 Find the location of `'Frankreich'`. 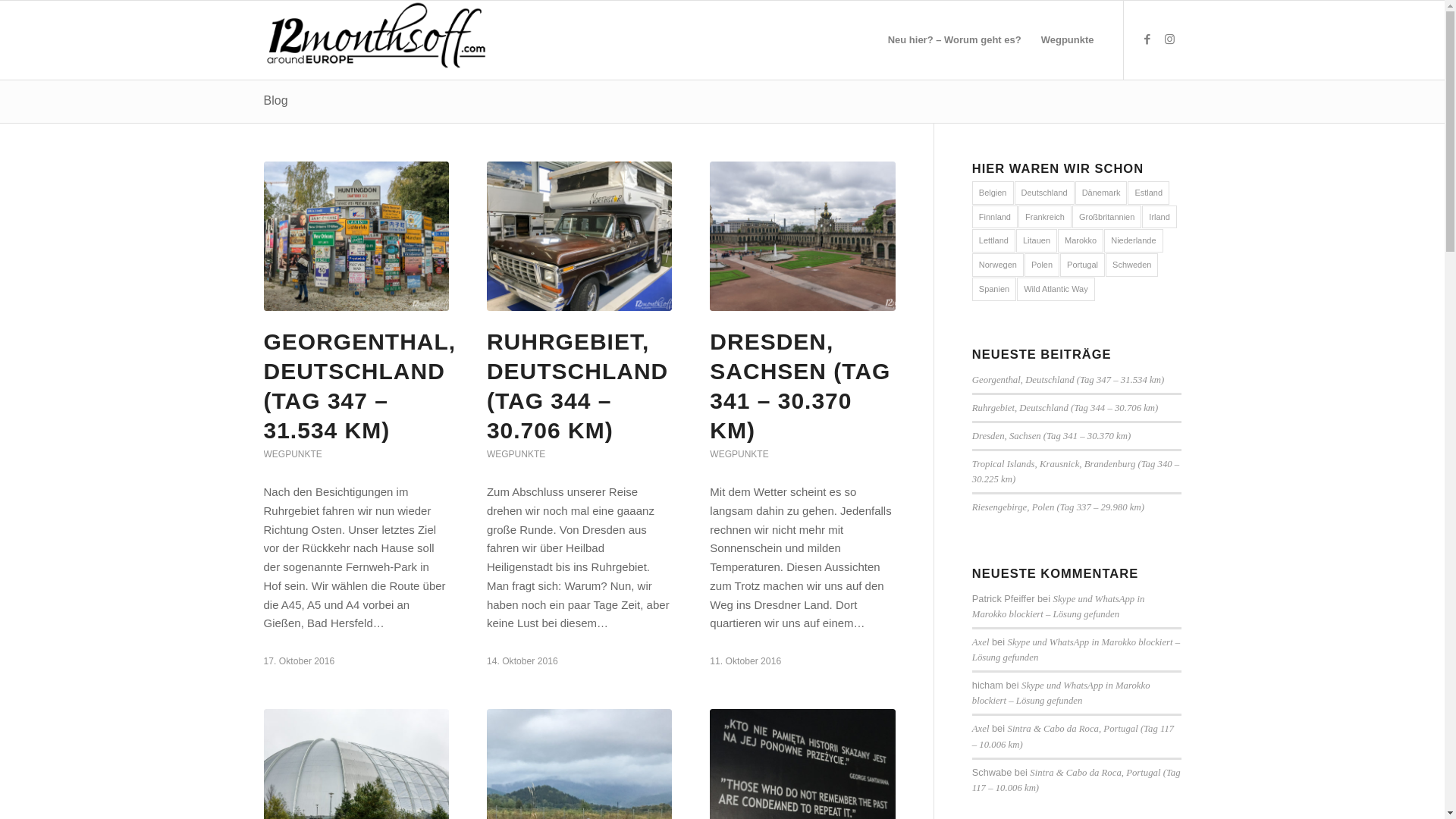

'Frankreich' is located at coordinates (1043, 217).